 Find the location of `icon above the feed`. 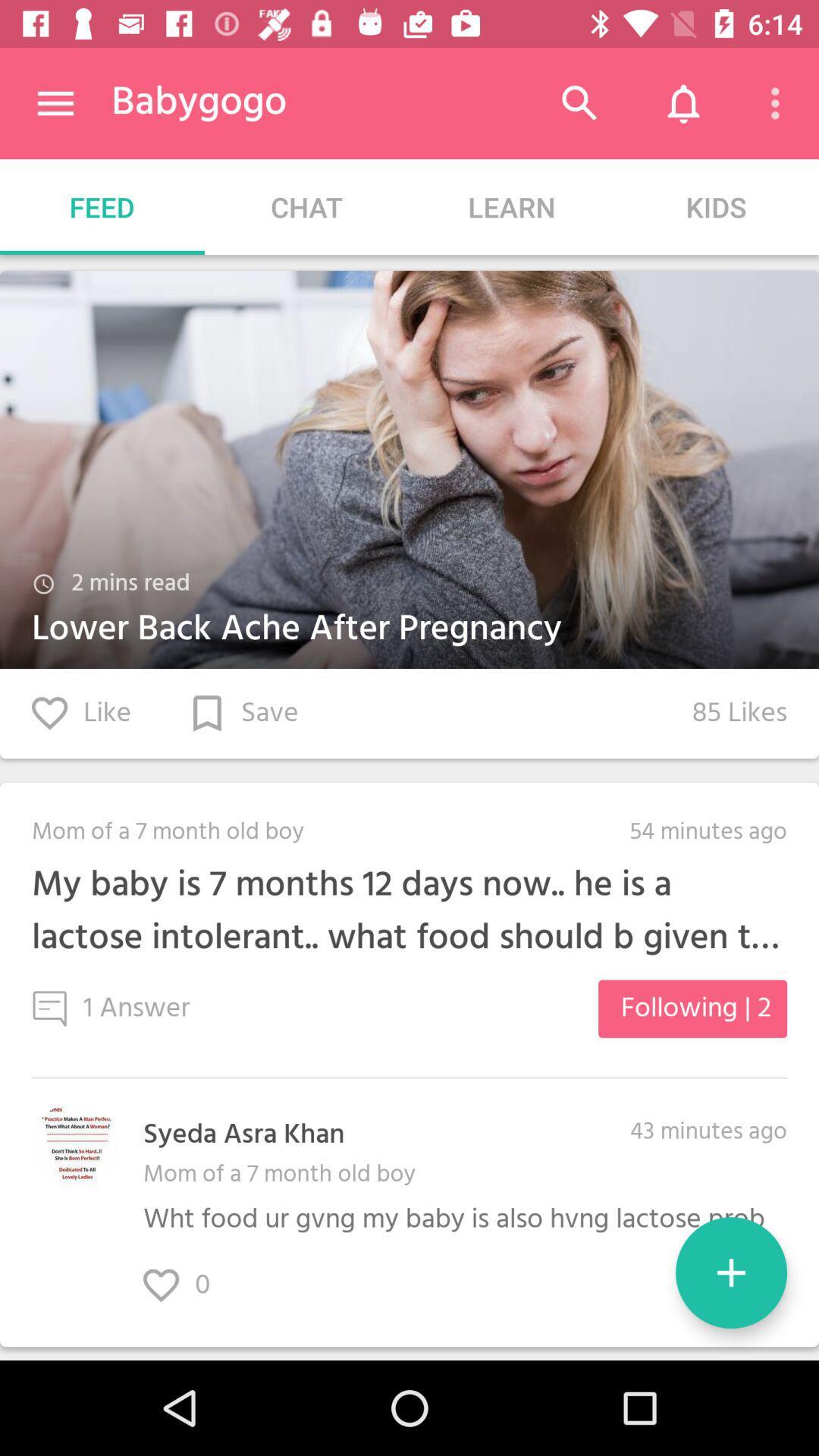

icon above the feed is located at coordinates (55, 102).